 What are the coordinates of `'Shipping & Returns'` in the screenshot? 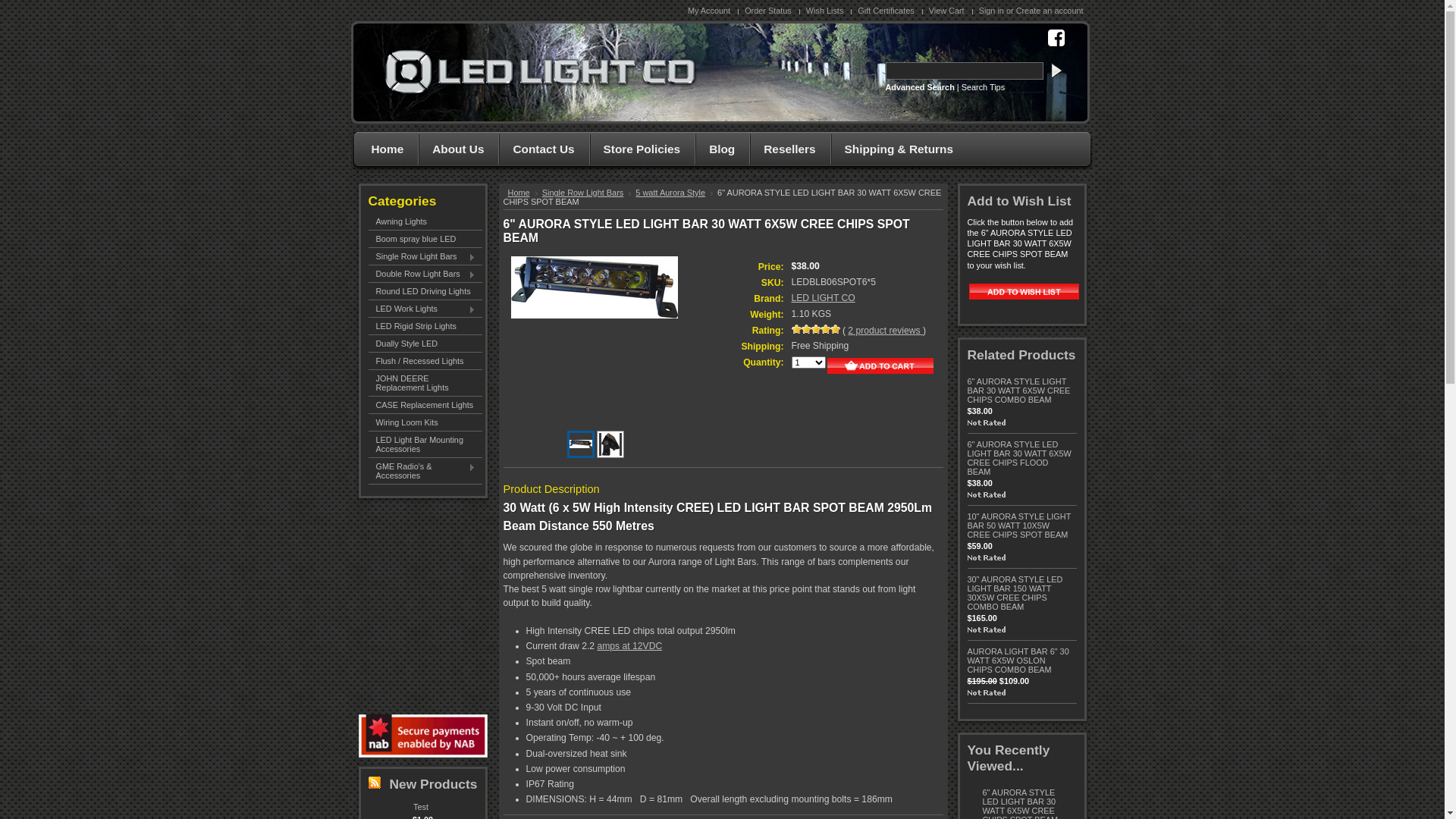 It's located at (829, 150).